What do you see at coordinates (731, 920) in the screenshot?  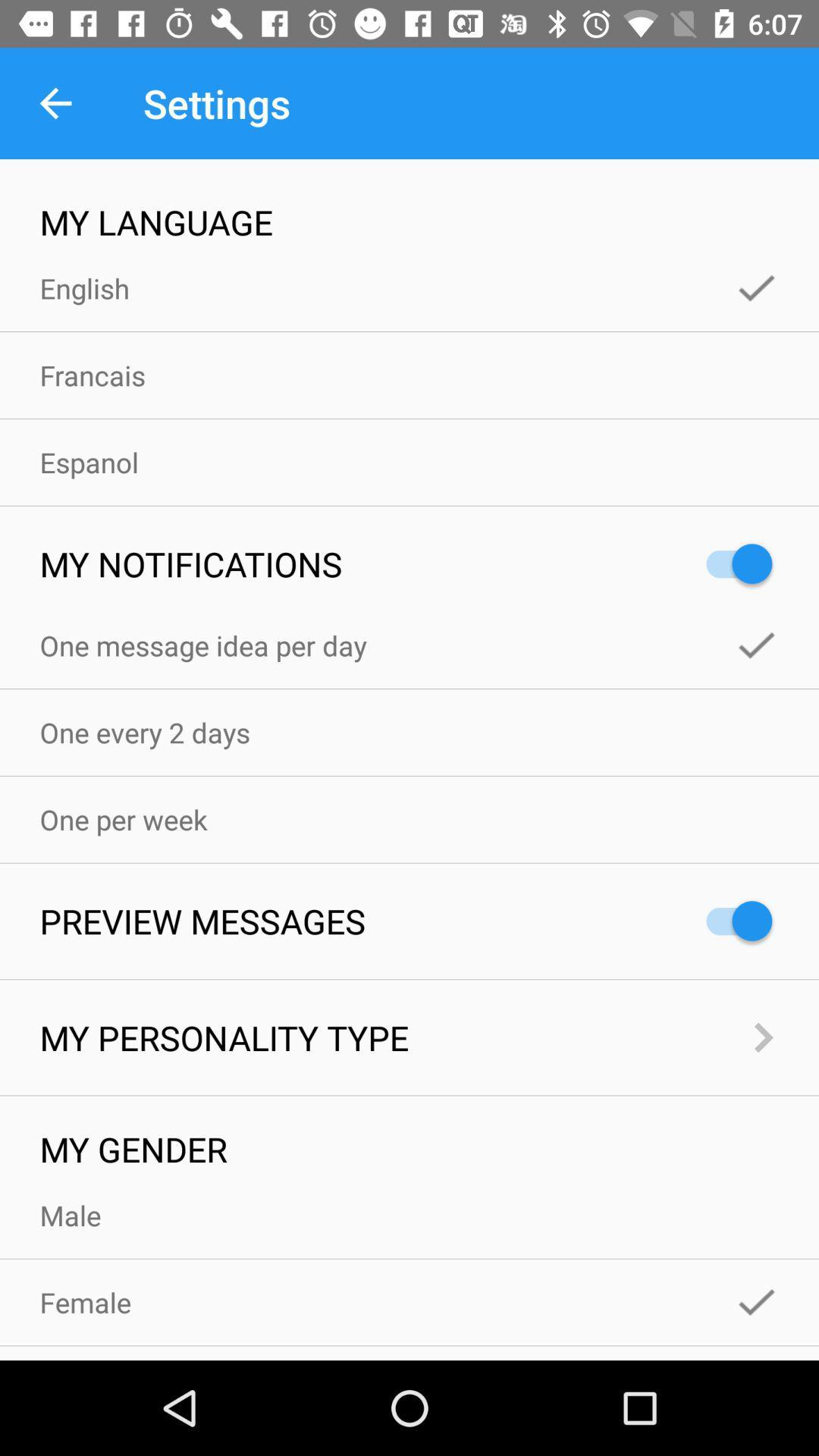 I see `item next to the preview messages` at bounding box center [731, 920].